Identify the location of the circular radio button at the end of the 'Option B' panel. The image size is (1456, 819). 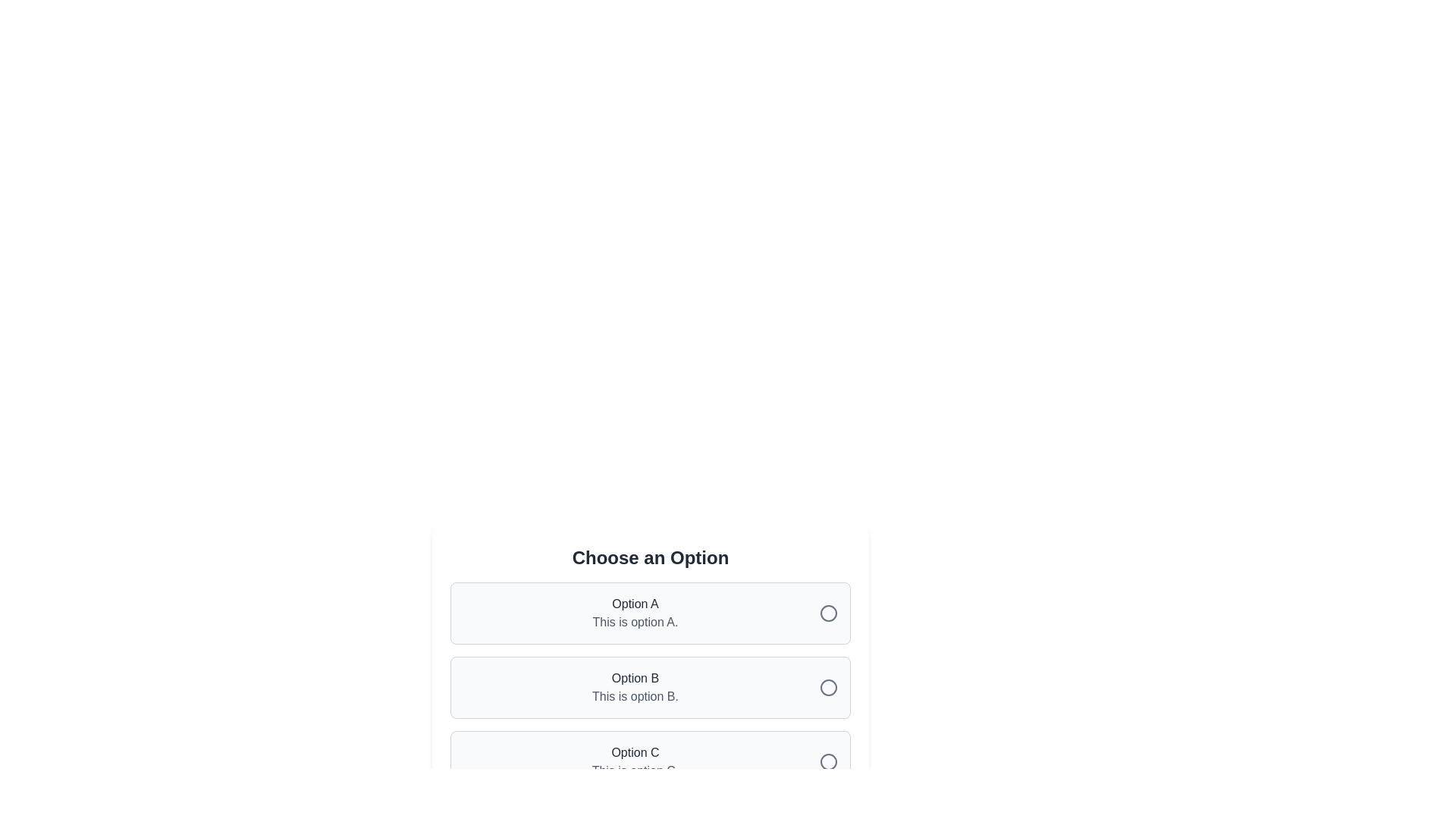
(828, 687).